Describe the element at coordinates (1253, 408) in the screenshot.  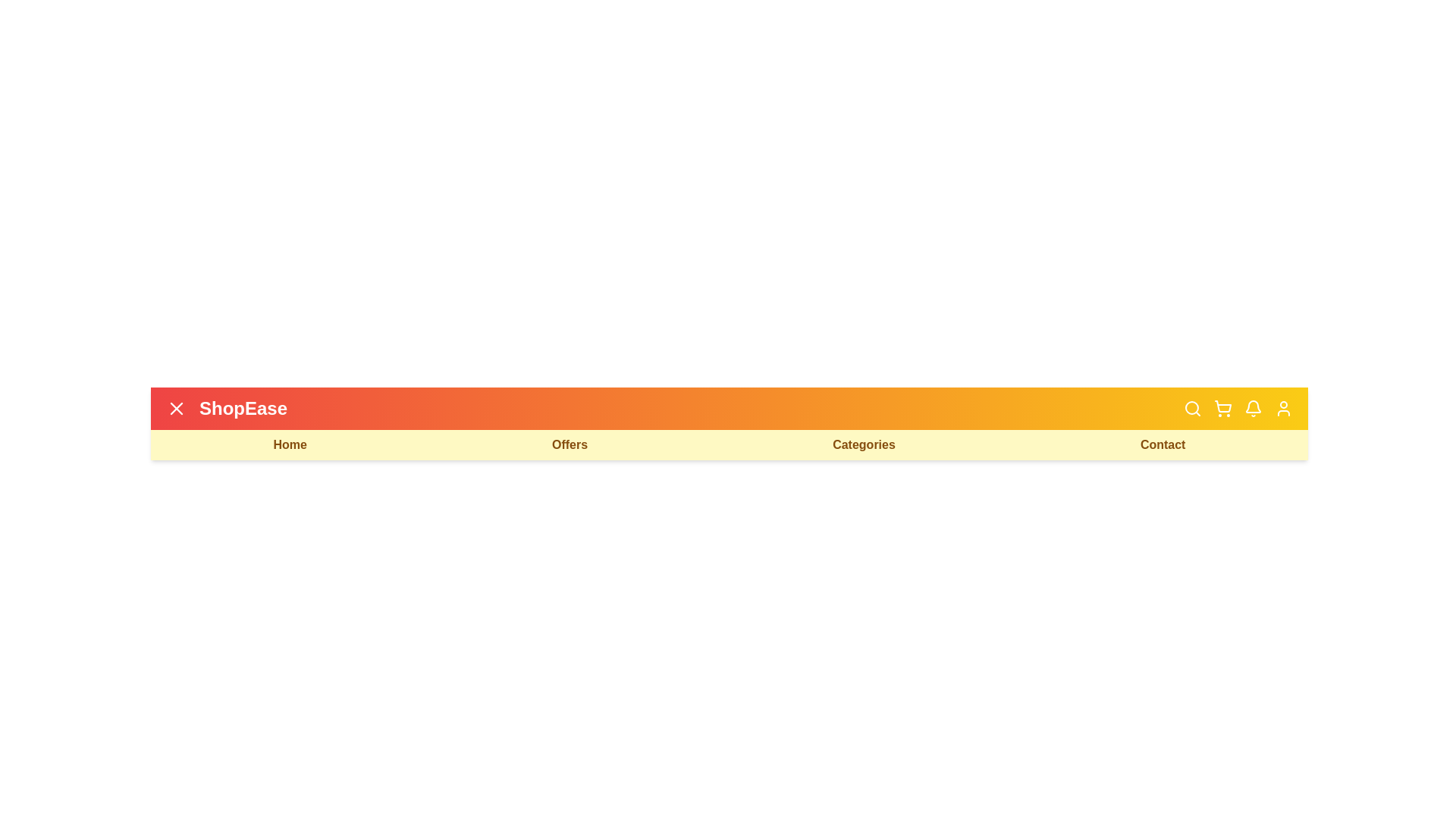
I see `the notification bell icon to view notifications` at that location.